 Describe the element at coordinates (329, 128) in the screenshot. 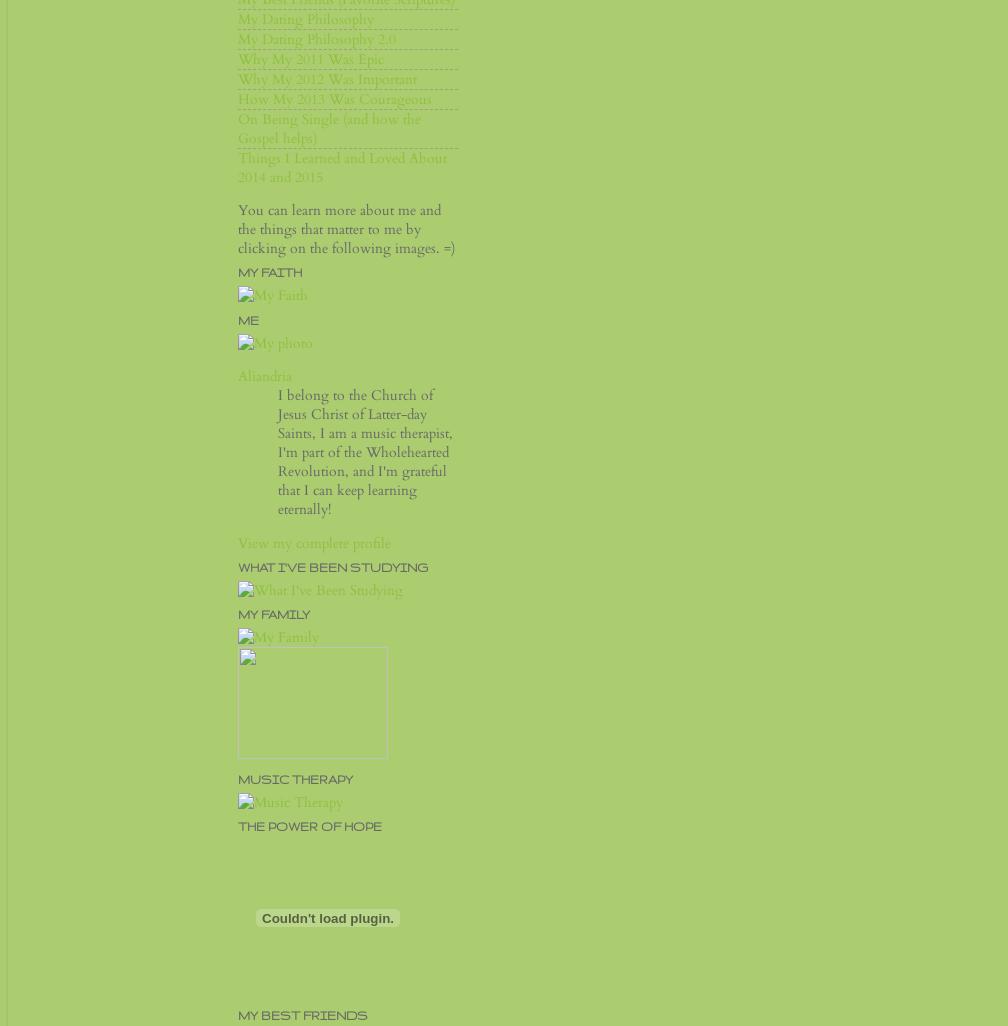

I see `'On Being Single (and how the Gospel helps)'` at that location.